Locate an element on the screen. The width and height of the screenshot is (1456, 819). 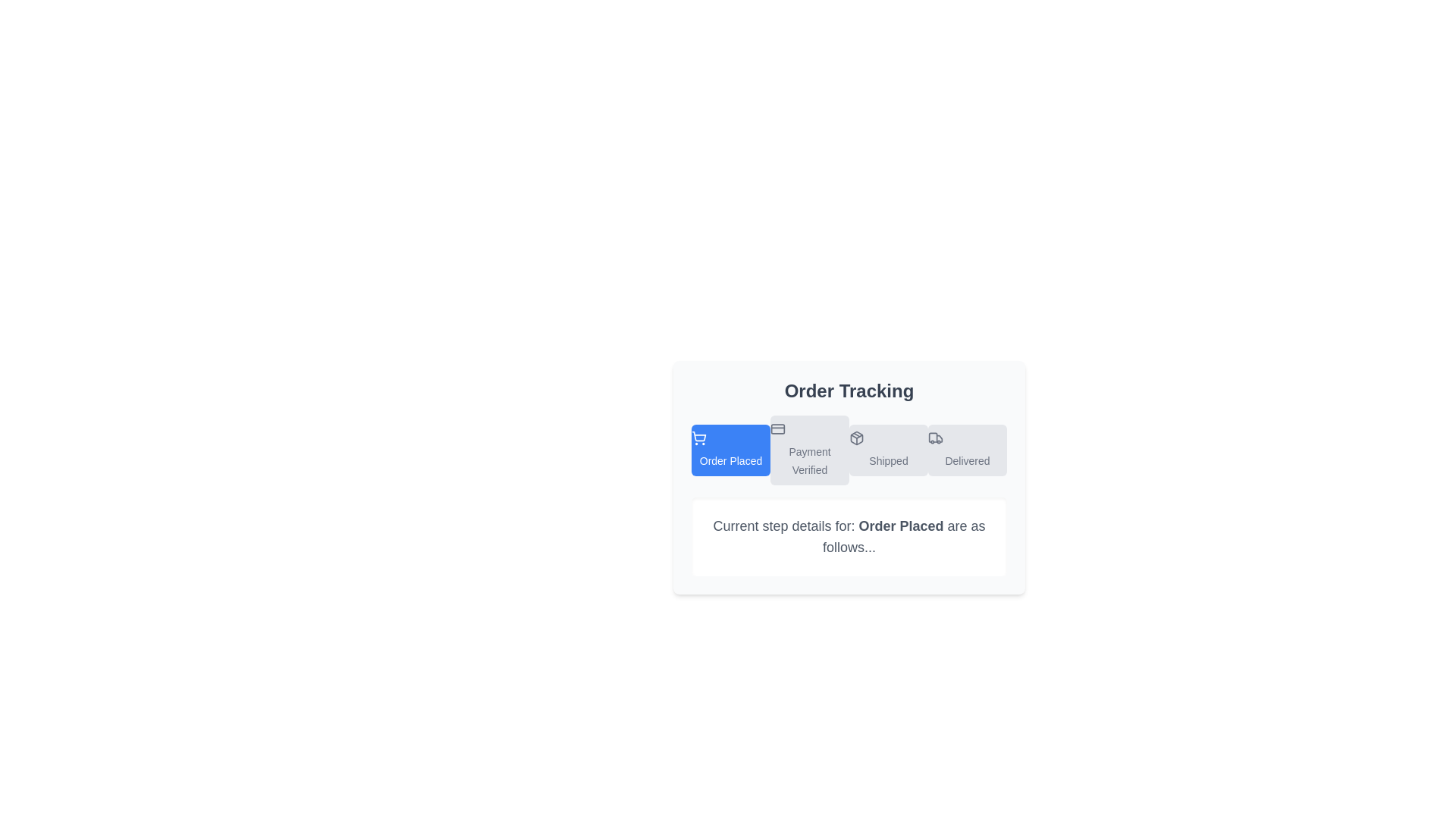
the 'Order Placed' button-like indicator with a blue background and a shopping cart icon on the left to interact further is located at coordinates (731, 450).